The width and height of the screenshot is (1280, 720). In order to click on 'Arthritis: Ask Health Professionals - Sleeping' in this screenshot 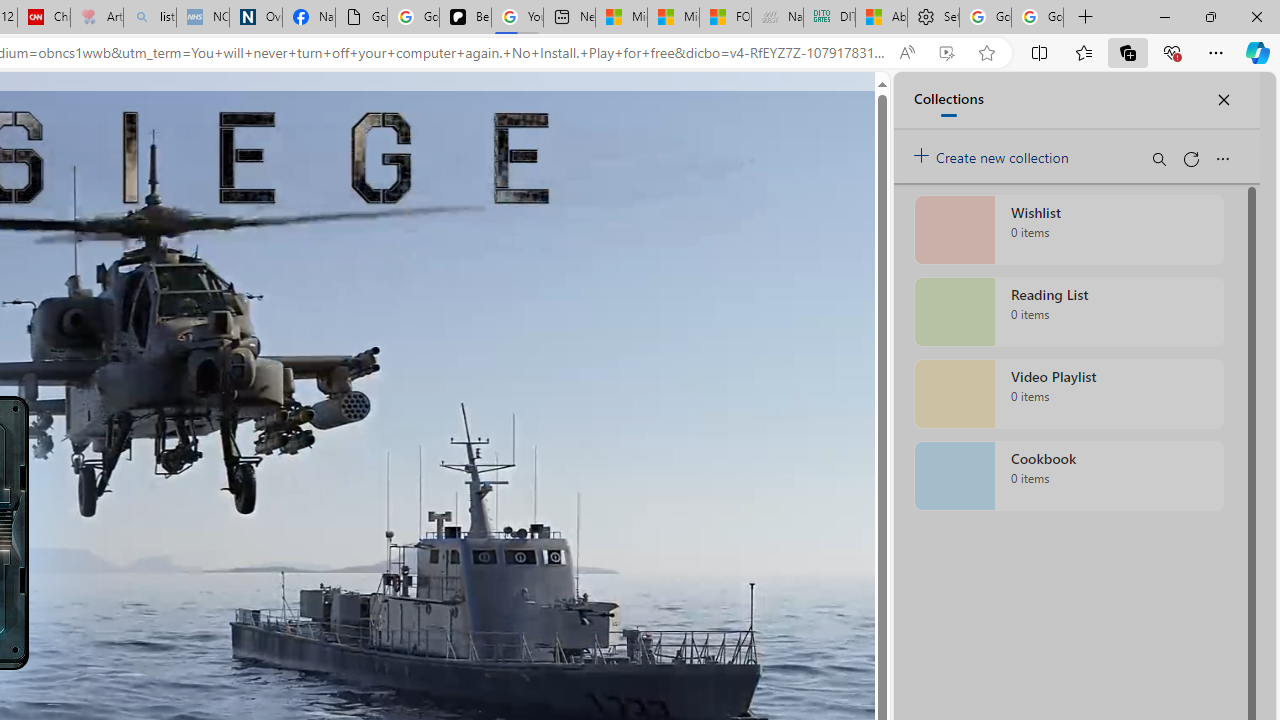, I will do `click(95, 17)`.